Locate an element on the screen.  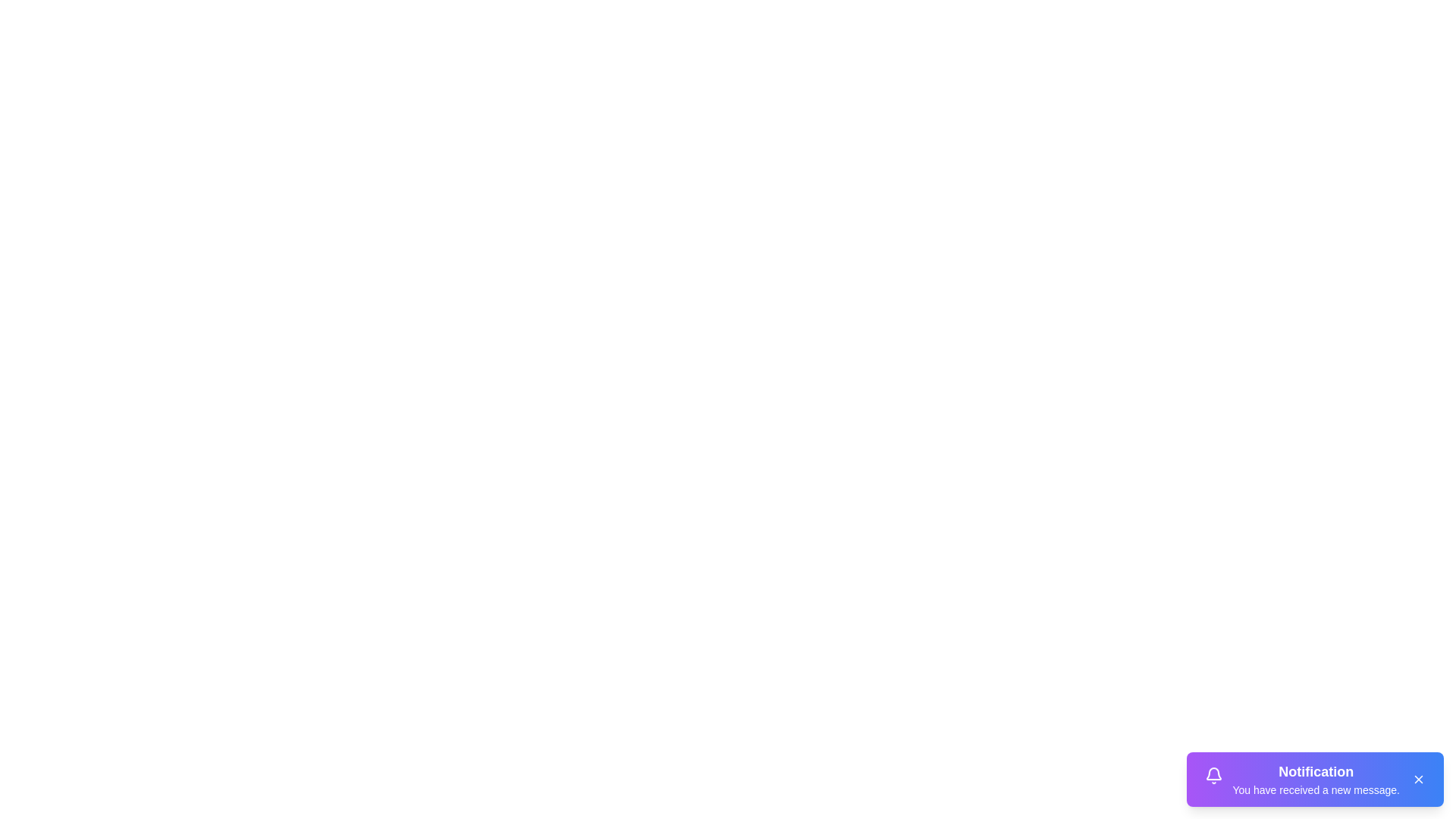
the notification component is located at coordinates (1313, 780).